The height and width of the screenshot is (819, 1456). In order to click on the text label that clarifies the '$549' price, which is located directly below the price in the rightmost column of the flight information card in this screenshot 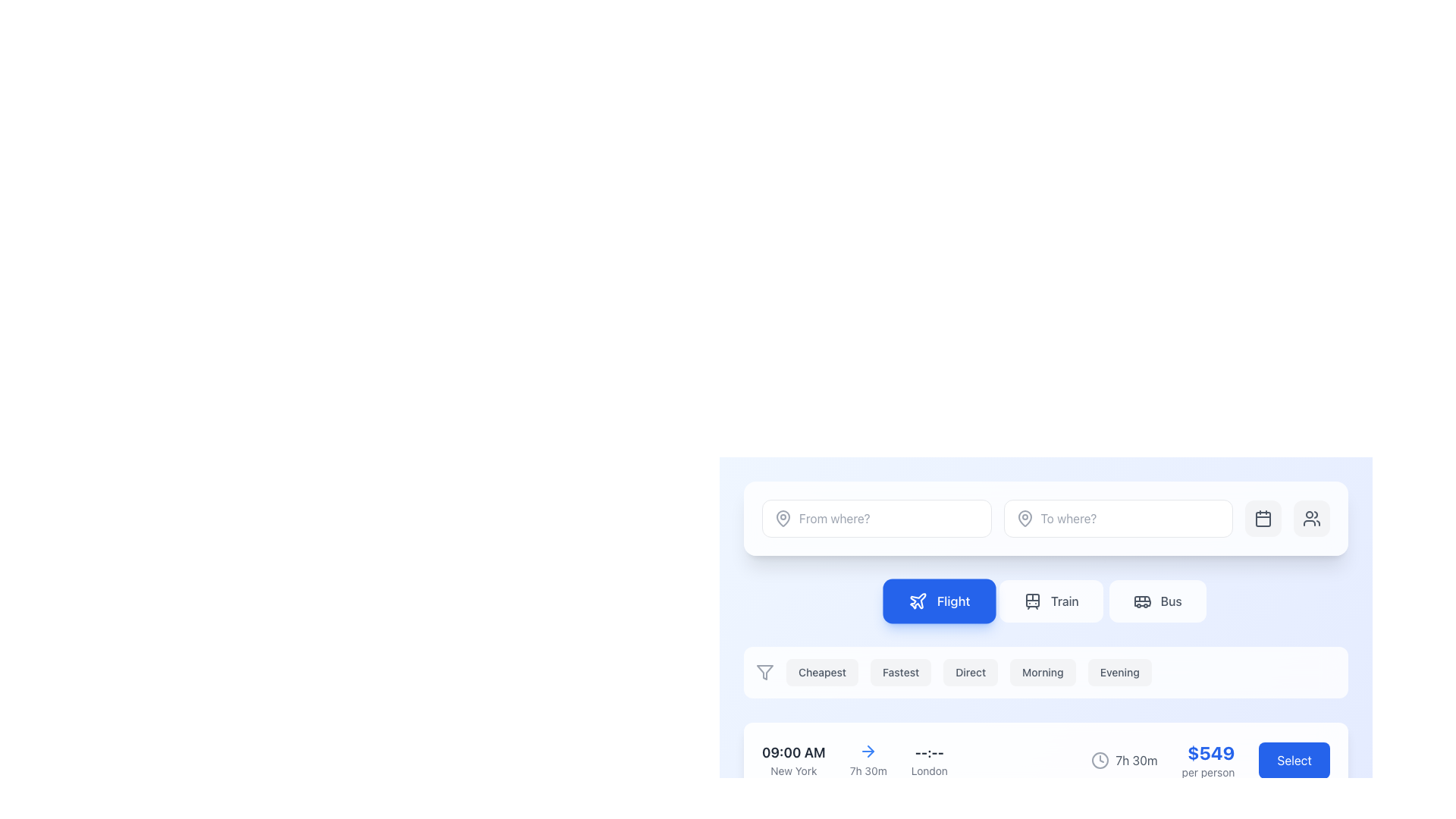, I will do `click(1207, 772)`.